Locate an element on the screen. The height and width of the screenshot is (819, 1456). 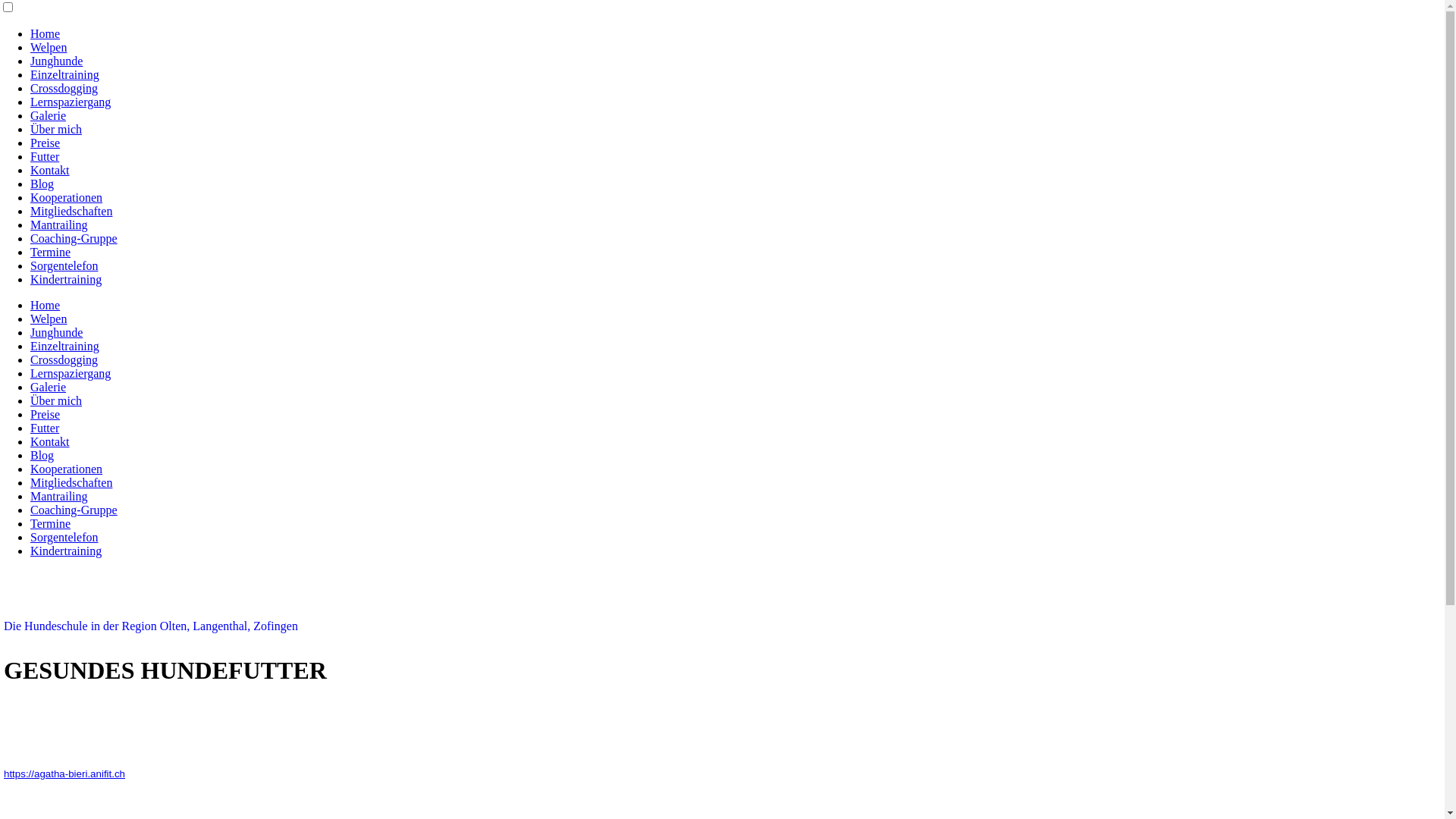
'Sorgentelefon' is located at coordinates (63, 265).